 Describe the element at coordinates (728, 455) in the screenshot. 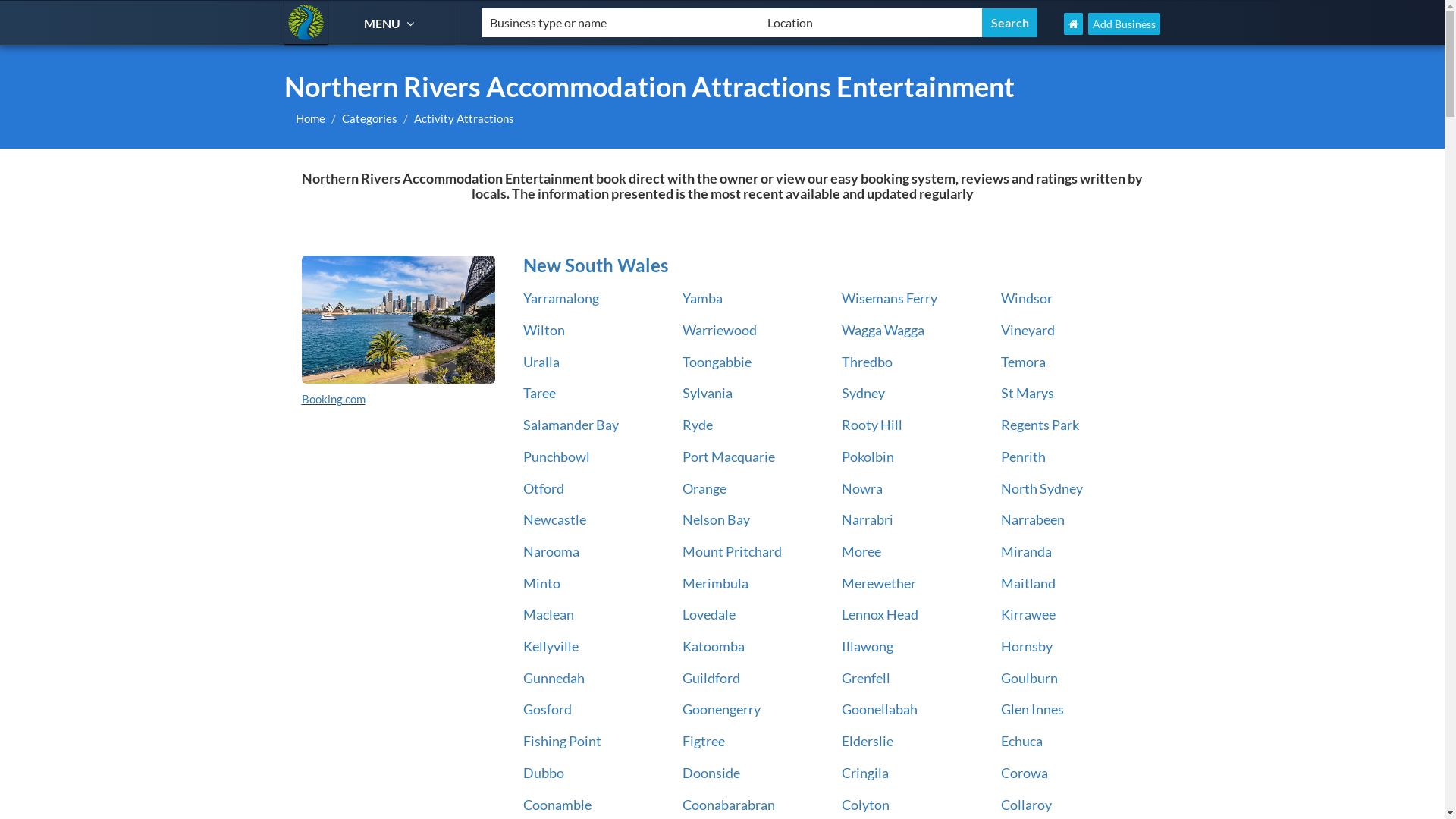

I see `'Port Macquarie'` at that location.